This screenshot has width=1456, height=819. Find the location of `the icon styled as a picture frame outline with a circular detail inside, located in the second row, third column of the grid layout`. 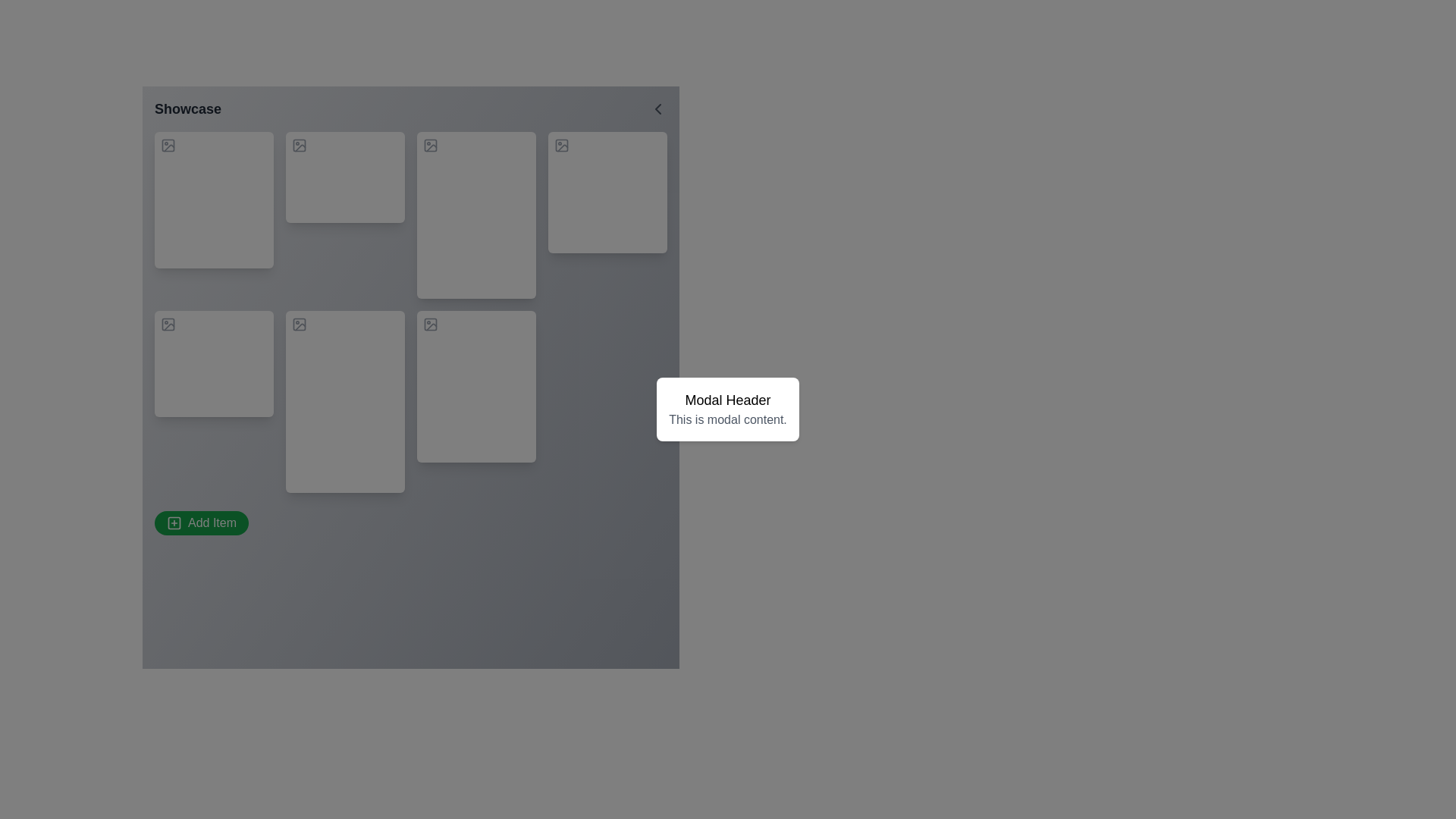

the icon styled as a picture frame outline with a circular detail inside, located in the second row, third column of the grid layout is located at coordinates (429, 324).